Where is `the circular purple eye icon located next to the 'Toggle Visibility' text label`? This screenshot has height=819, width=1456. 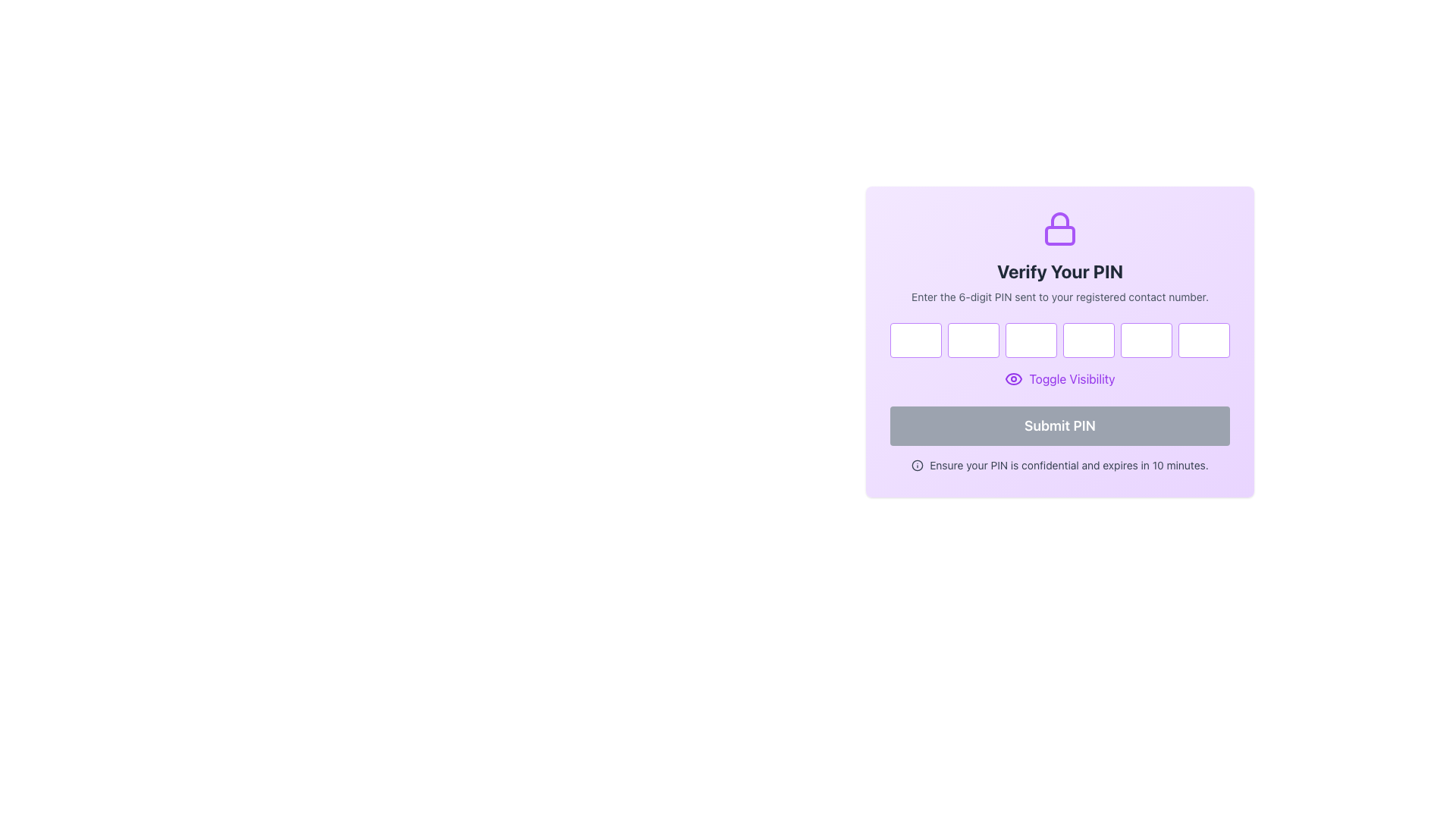
the circular purple eye icon located next to the 'Toggle Visibility' text label is located at coordinates (1014, 378).